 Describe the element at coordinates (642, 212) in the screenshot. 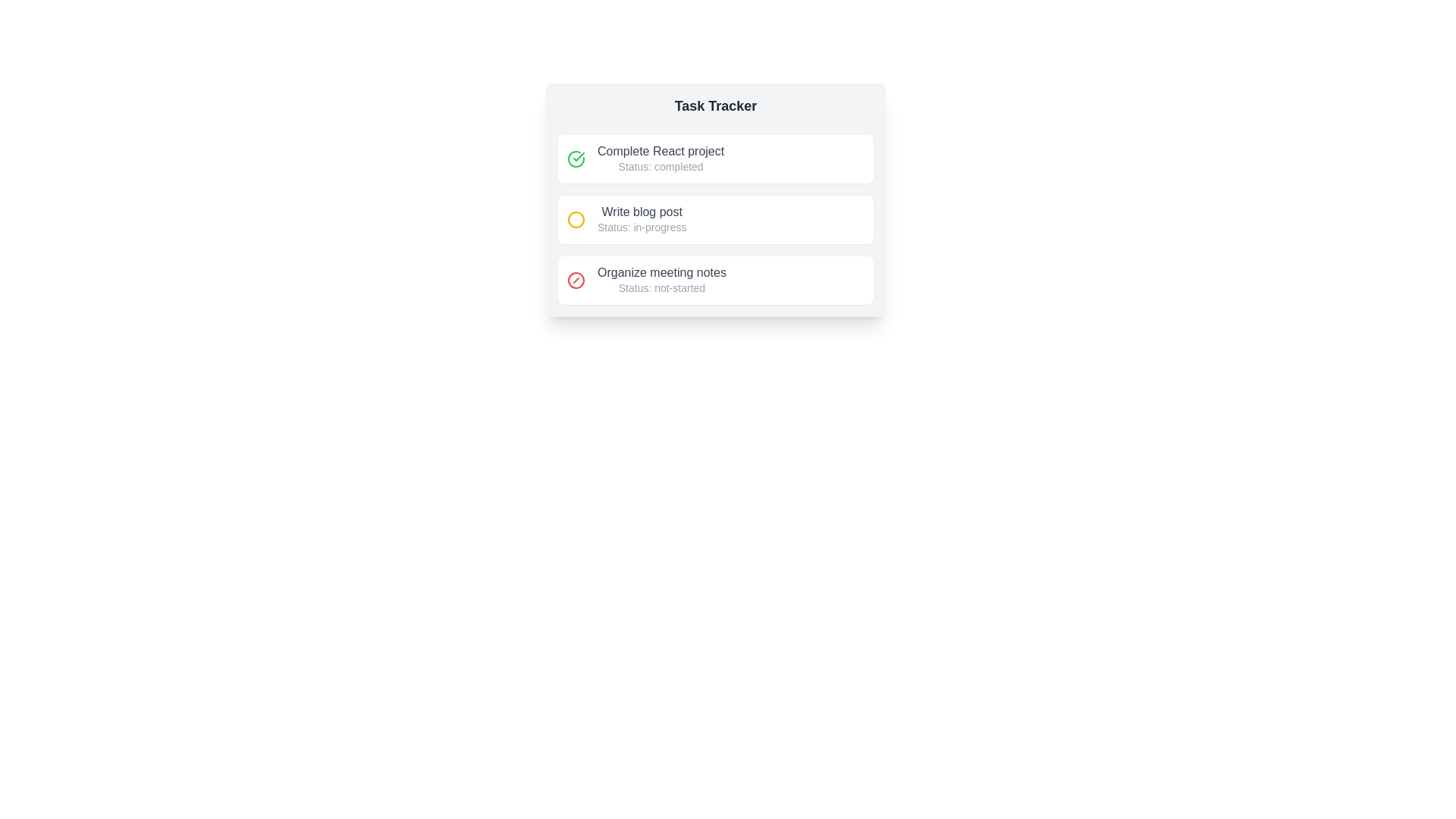

I see `the text label that serves as the title or description of the second task entry in the task tracker, which is located above the status text 'Status: in-progress' and to the right of a circular yellow icon` at that location.